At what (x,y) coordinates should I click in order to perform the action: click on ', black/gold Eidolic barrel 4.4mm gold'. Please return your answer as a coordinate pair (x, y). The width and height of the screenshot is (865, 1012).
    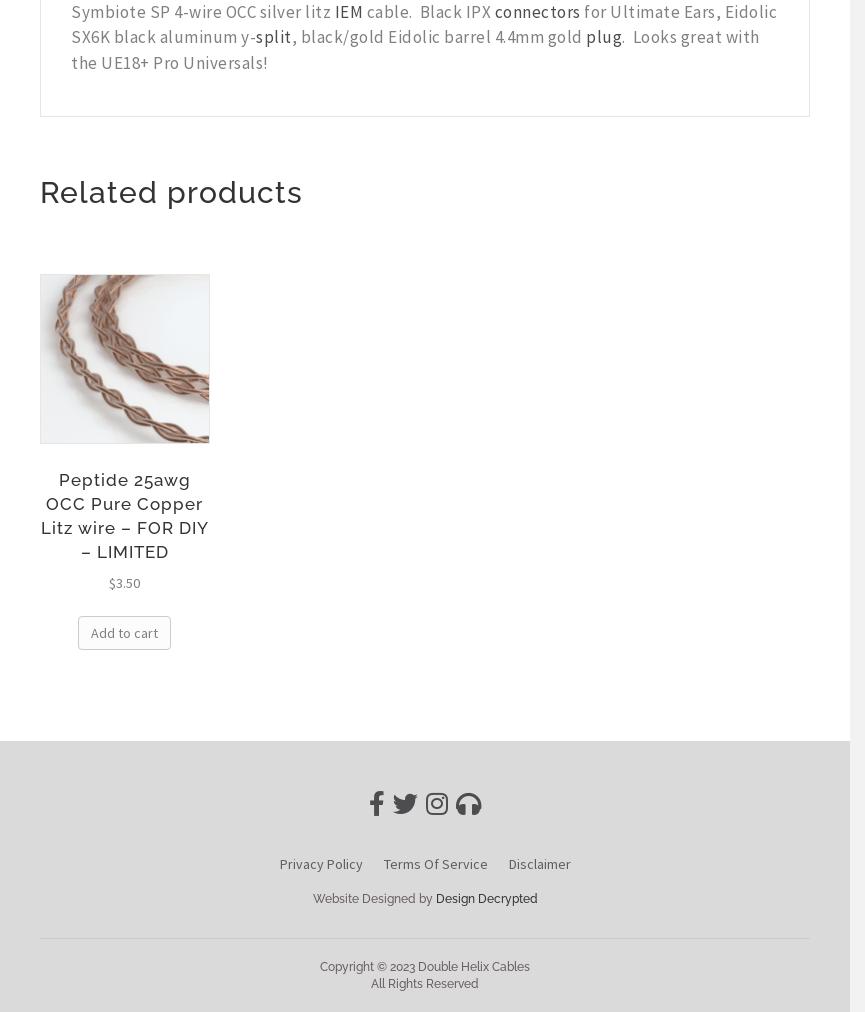
    Looking at the image, I should click on (437, 36).